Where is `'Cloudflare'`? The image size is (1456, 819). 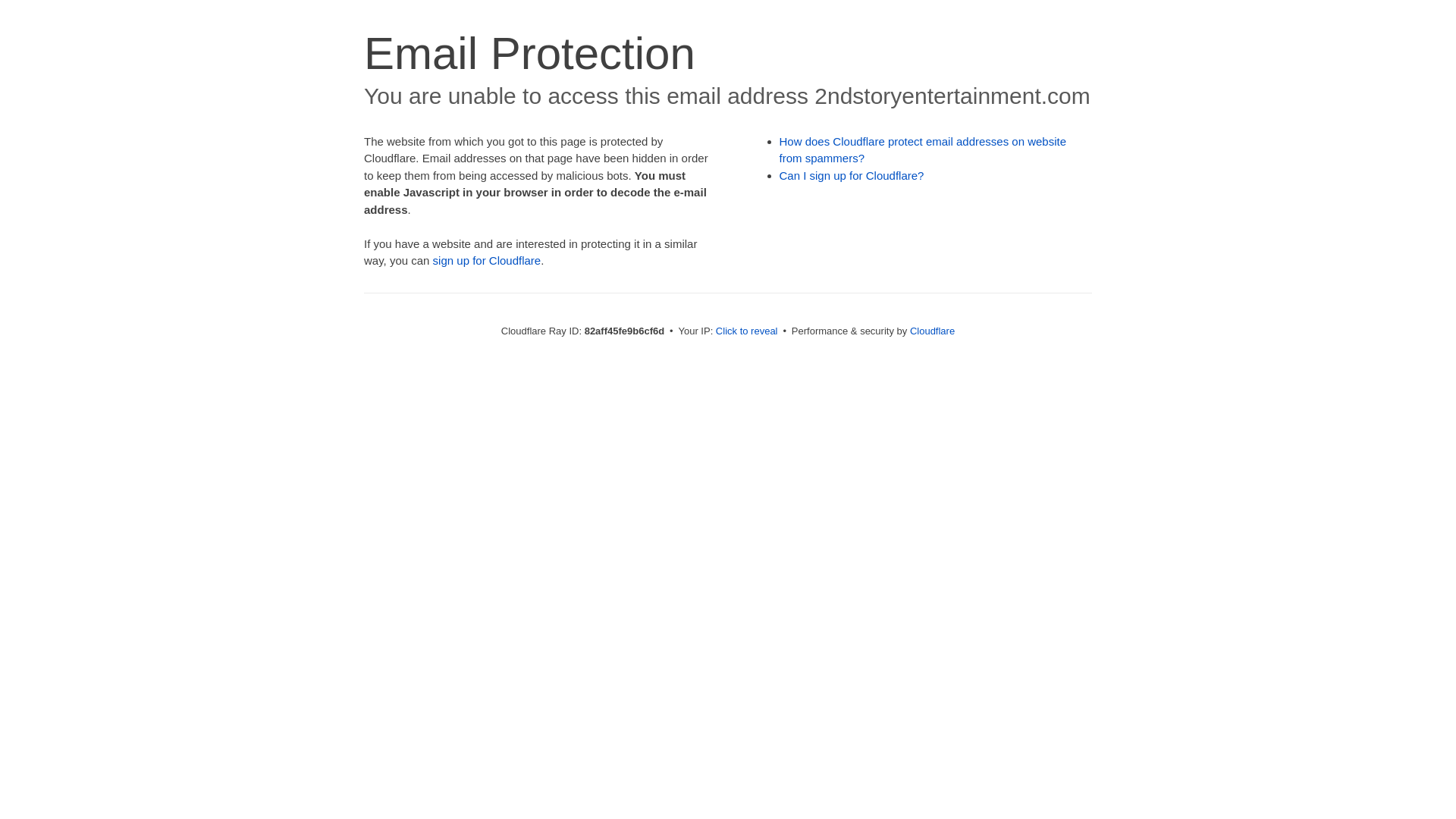 'Cloudflare' is located at coordinates (931, 330).